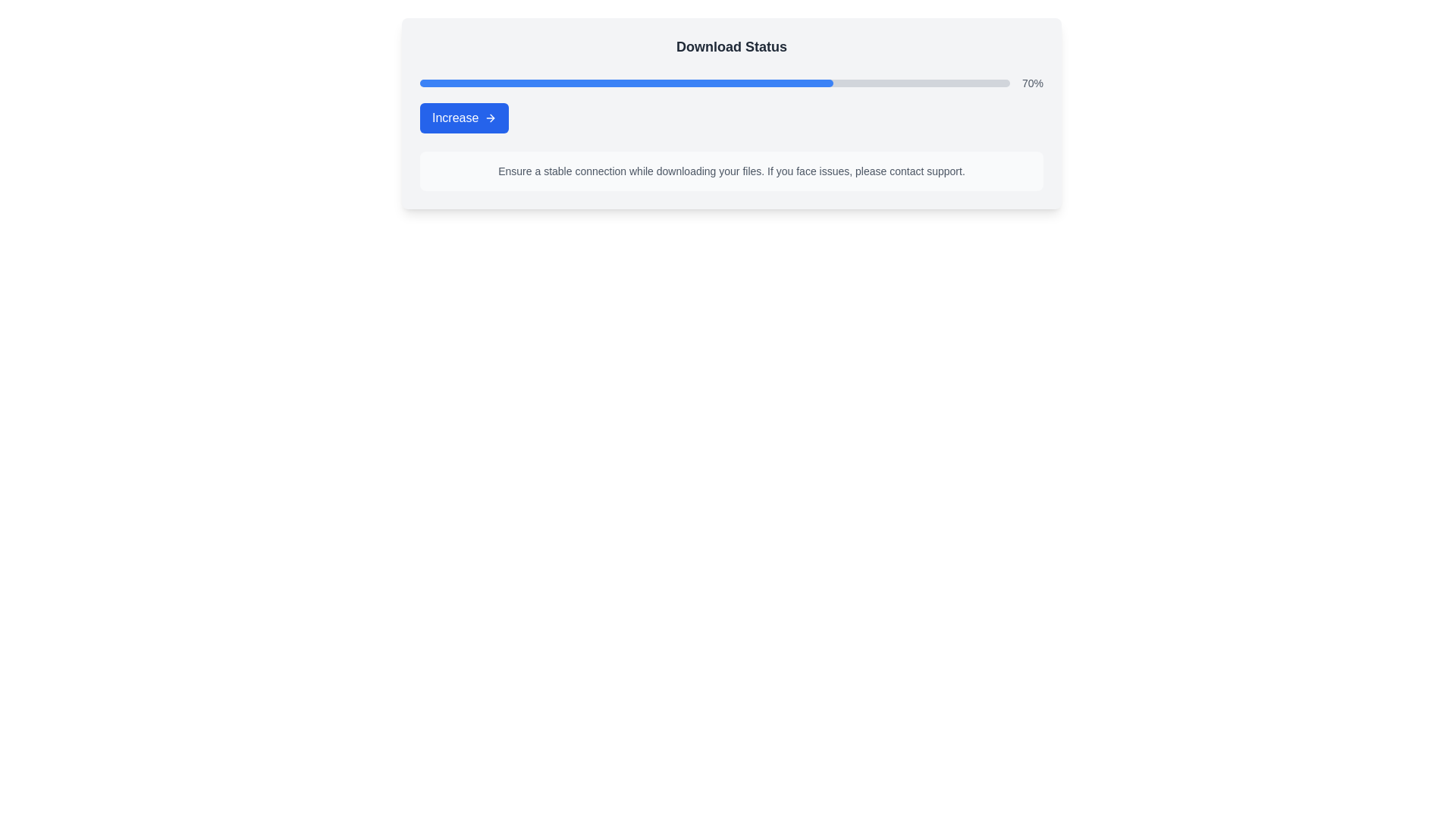  I want to click on the blue-filled progress bar segment located centrally below the 'Download Status' text label, so click(626, 83).